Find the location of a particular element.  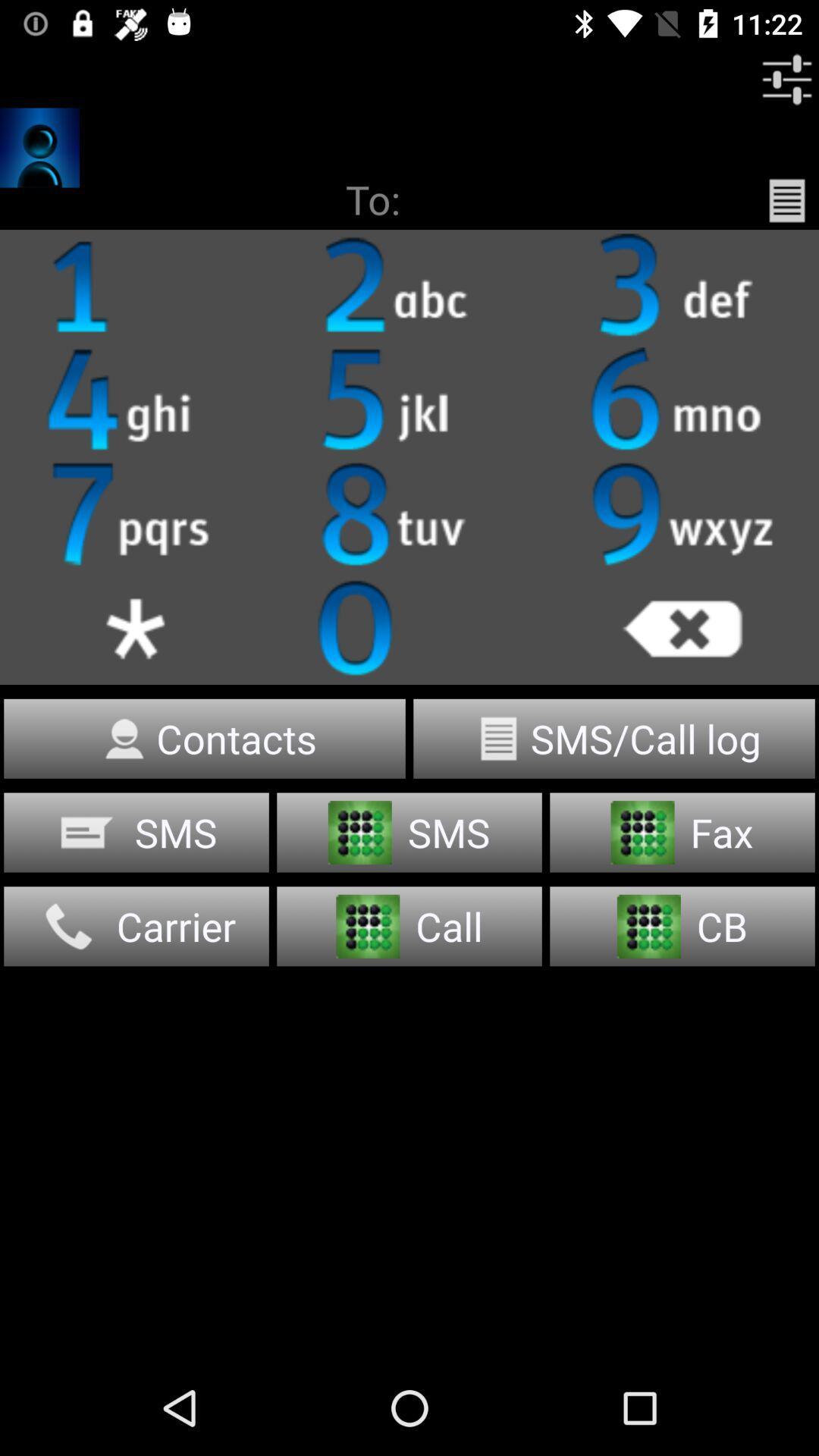

text below 5 jkl is located at coordinates (409, 513).